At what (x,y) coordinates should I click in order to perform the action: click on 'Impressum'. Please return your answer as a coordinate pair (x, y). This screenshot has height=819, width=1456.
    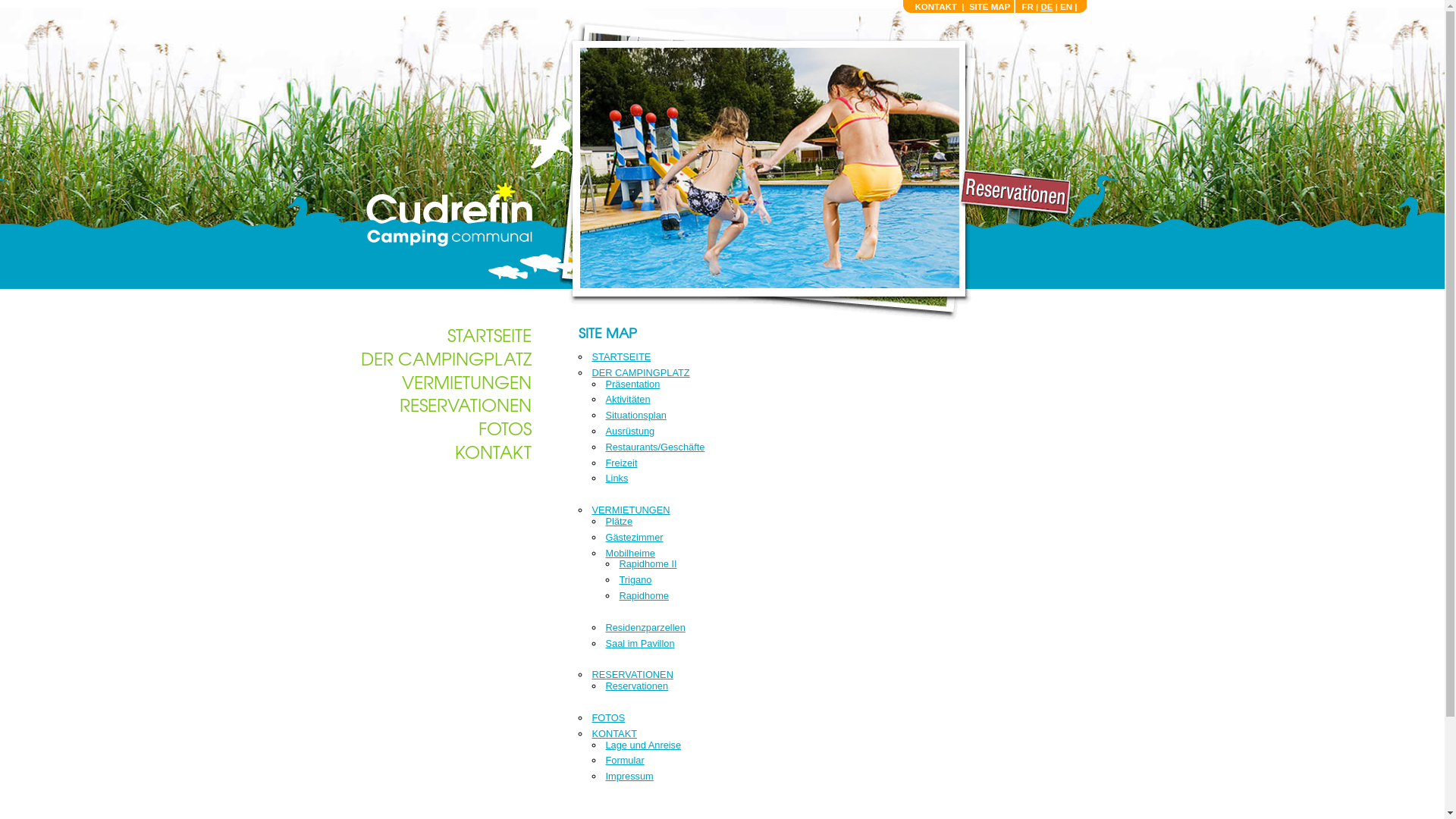
    Looking at the image, I should click on (629, 776).